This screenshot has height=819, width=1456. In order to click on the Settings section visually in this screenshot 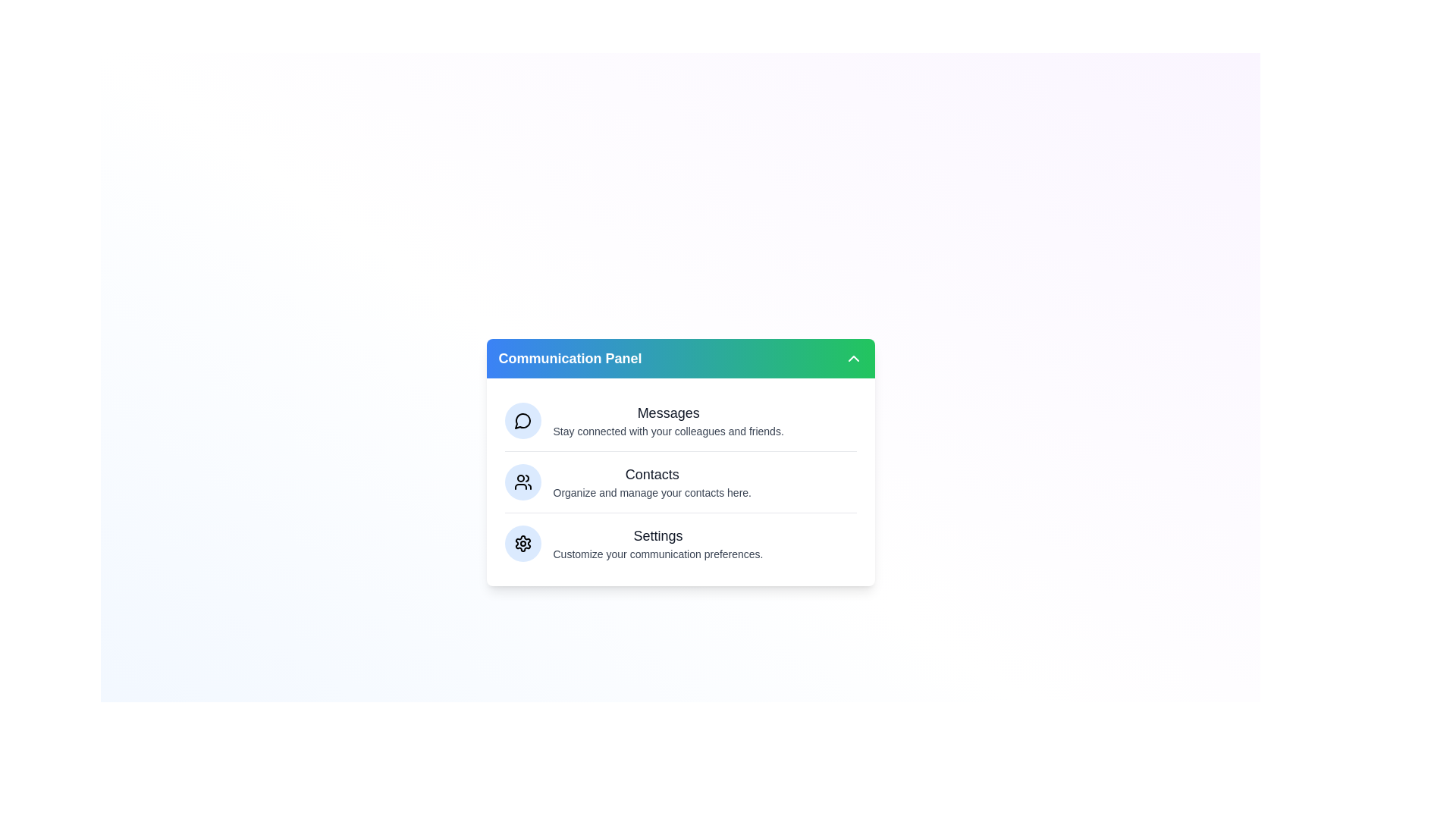, I will do `click(522, 543)`.